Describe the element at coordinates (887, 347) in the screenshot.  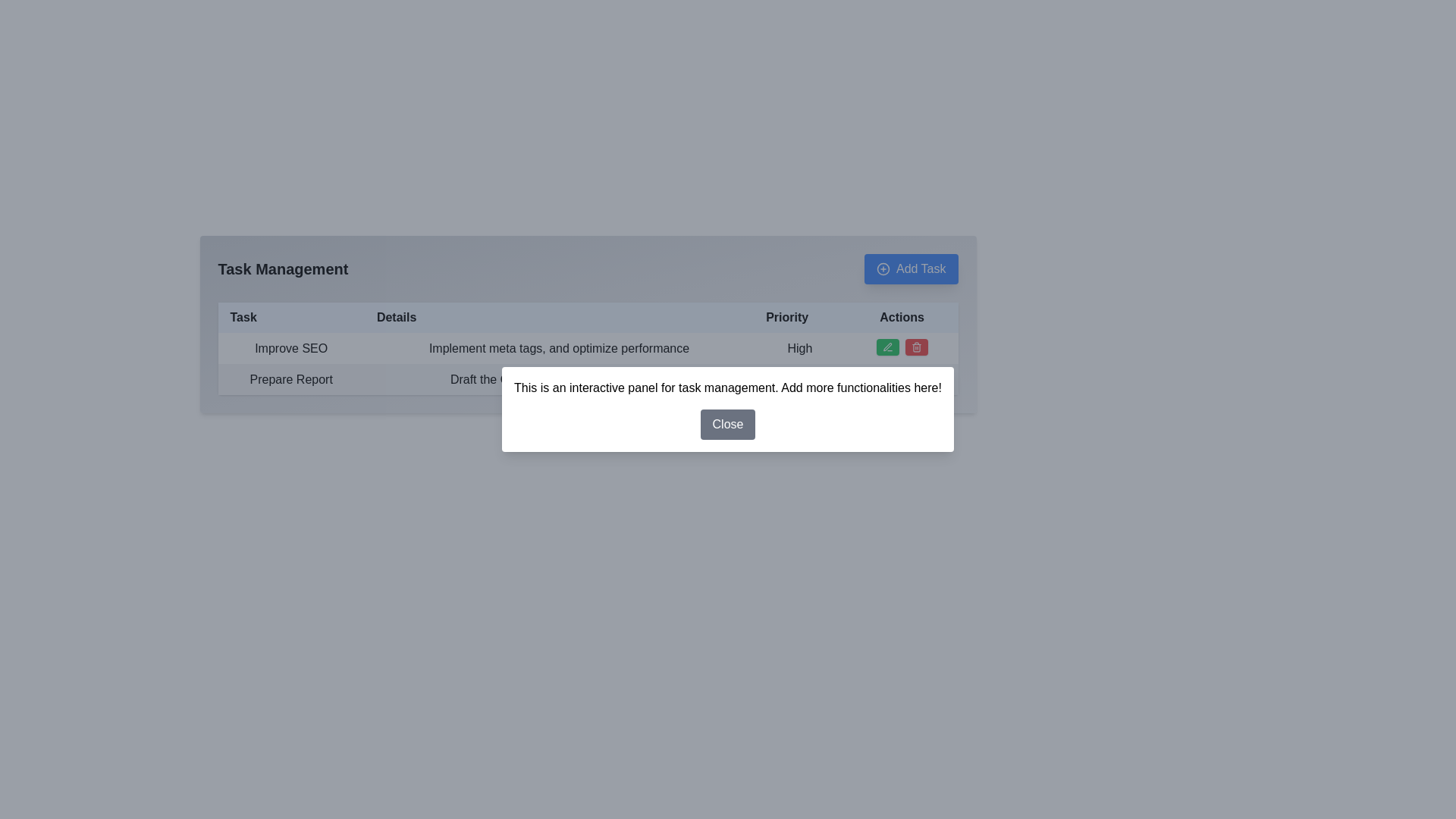
I see `the edit icon within the button in the 'Actions' column of the first task row labeled 'Improve SEO'` at that location.